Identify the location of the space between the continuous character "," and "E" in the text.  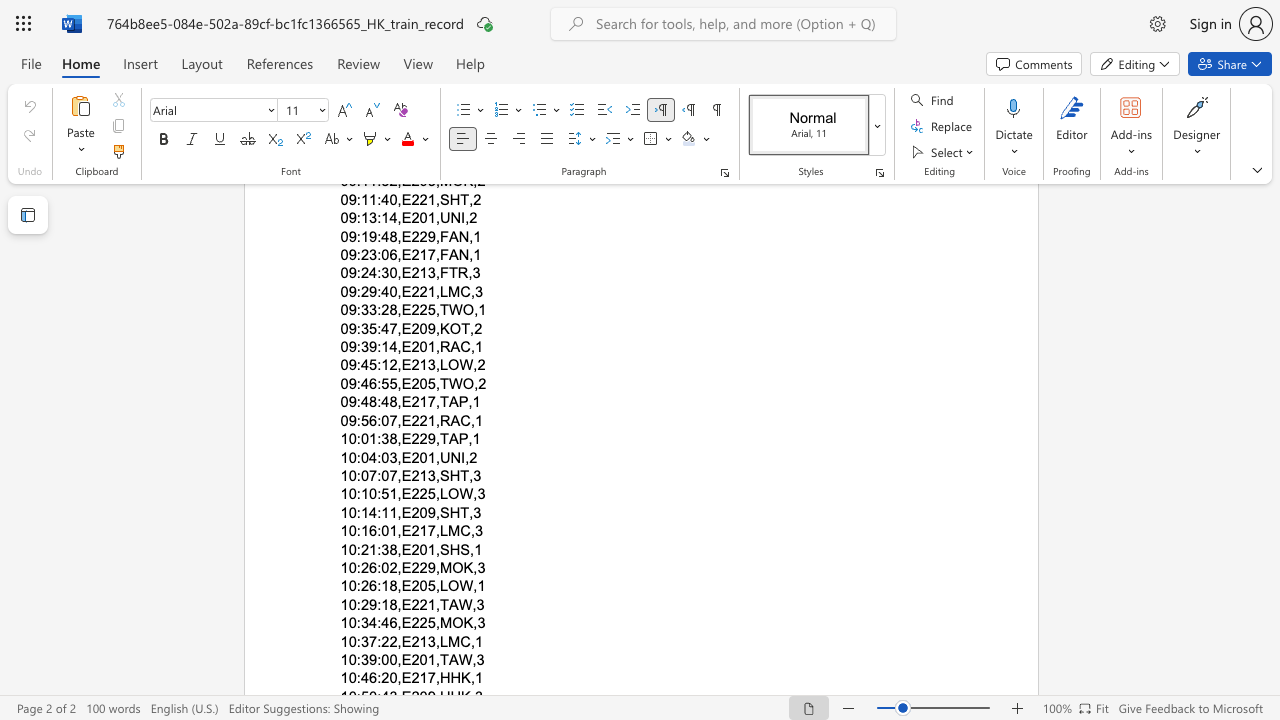
(402, 494).